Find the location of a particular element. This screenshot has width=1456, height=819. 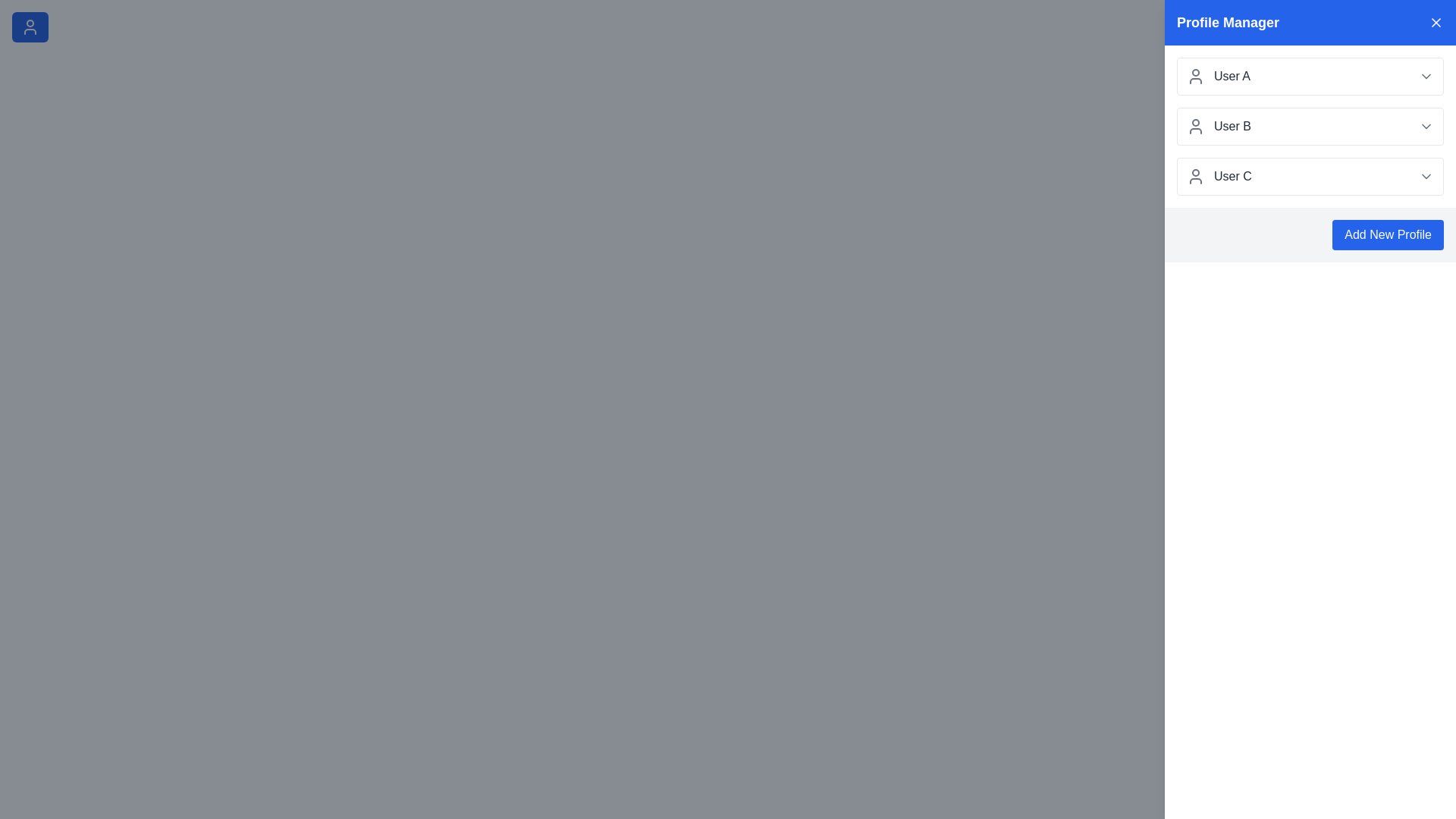

the blue 'Add New Profile' button with rounded corners to observe its visual hover effect is located at coordinates (1388, 234).